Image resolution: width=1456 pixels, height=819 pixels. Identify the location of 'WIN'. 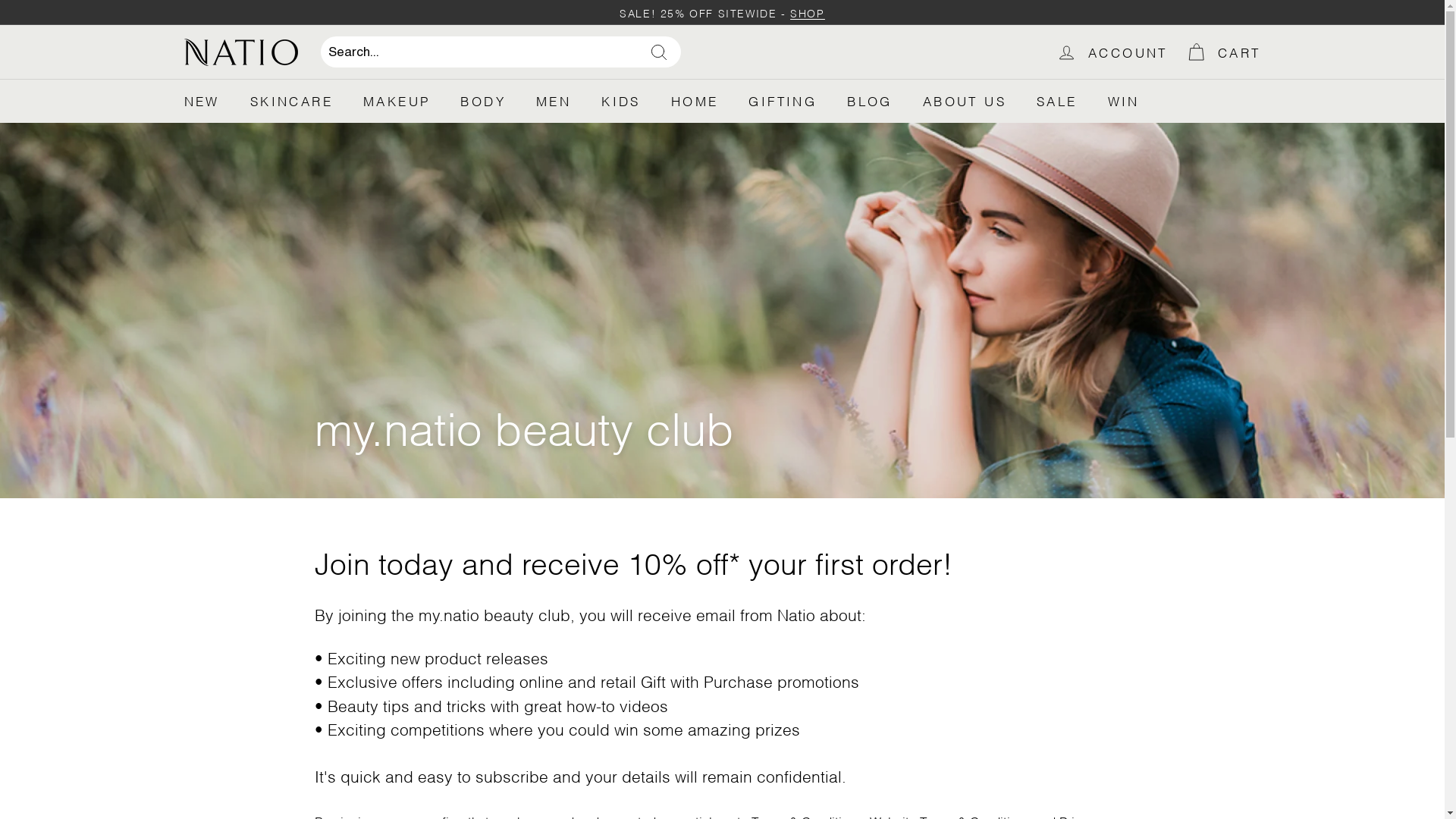
(1124, 100).